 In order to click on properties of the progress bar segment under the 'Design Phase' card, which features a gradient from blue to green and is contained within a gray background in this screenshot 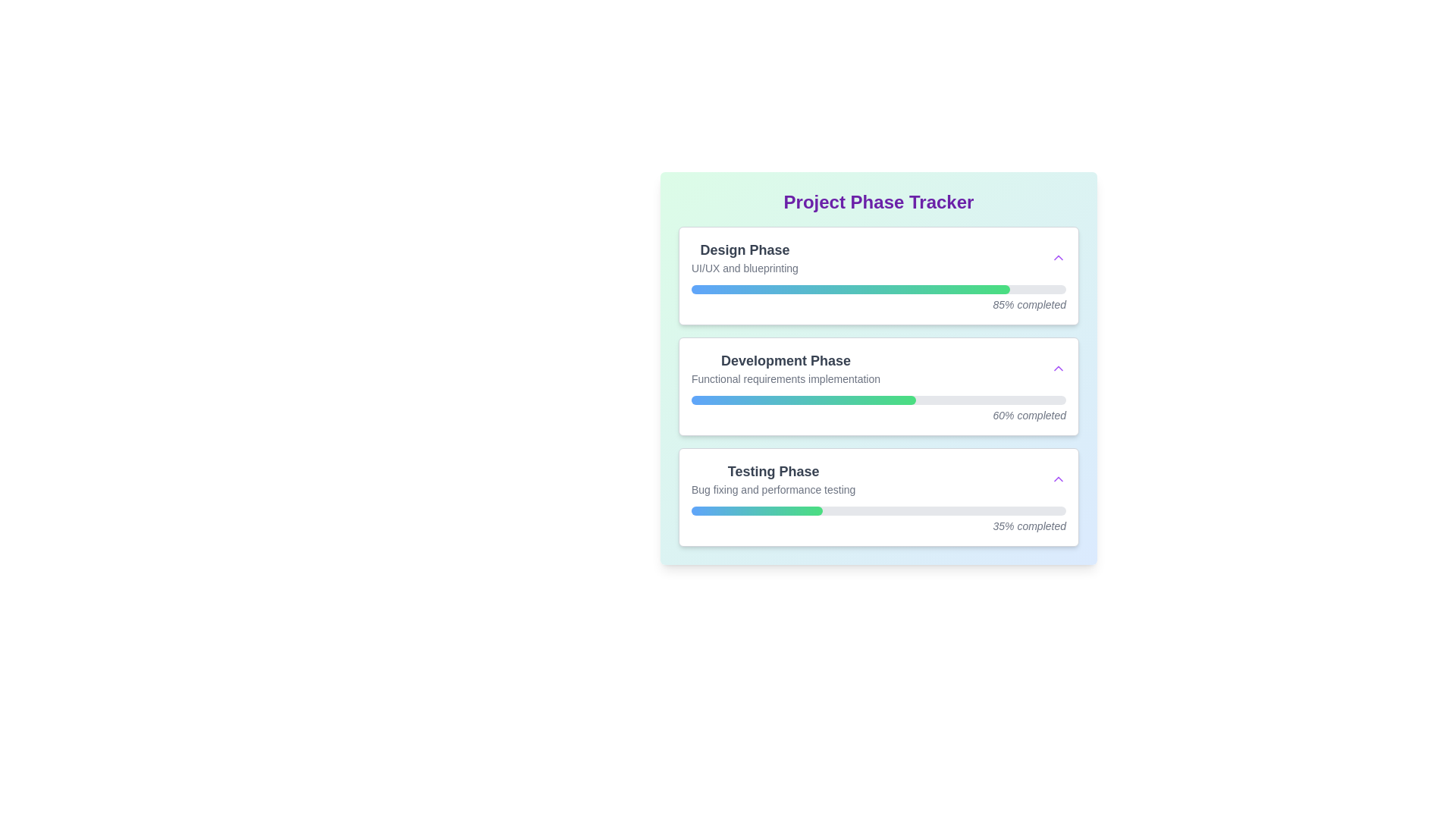, I will do `click(850, 289)`.